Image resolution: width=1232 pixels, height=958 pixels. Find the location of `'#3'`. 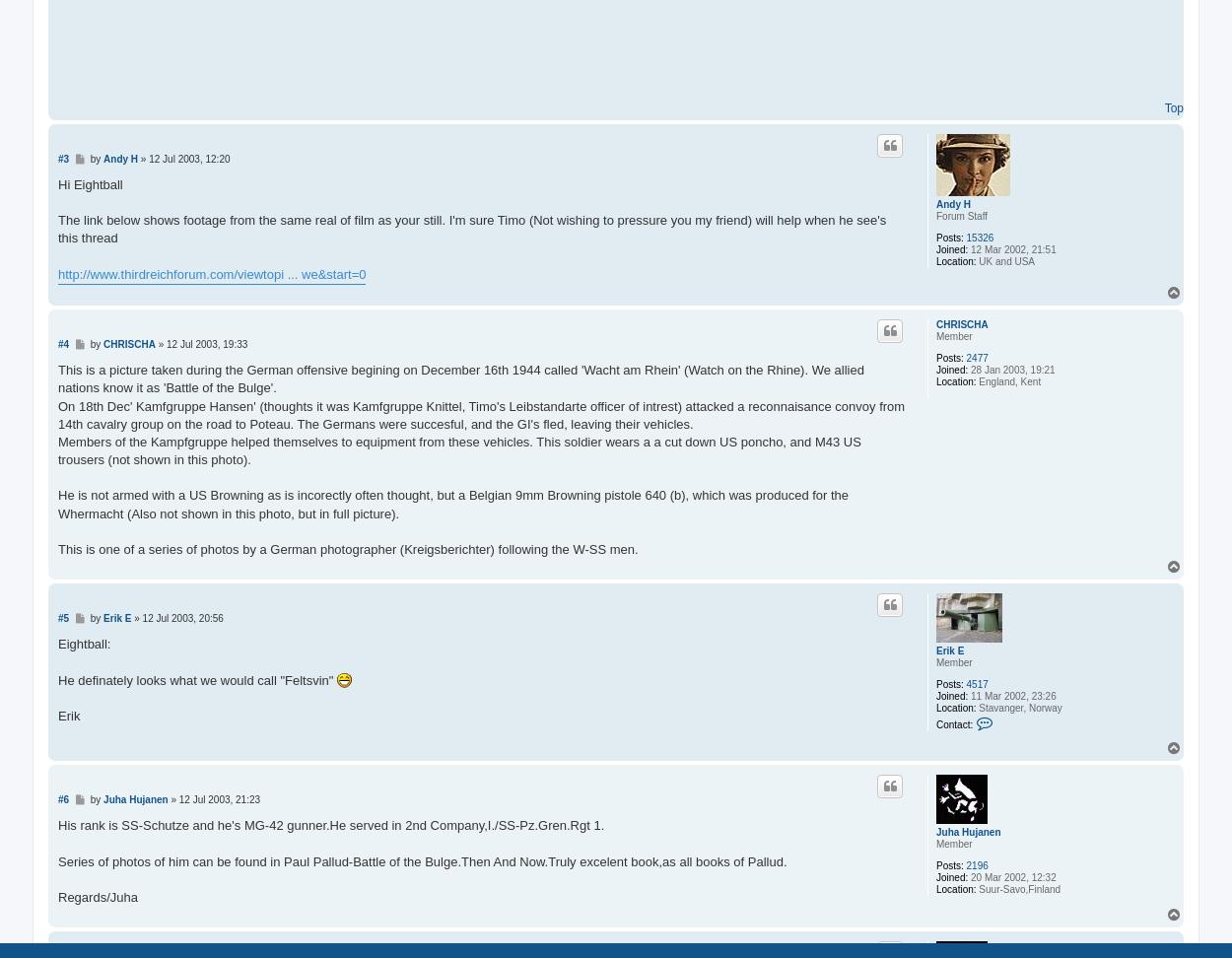

'#3' is located at coordinates (62, 158).